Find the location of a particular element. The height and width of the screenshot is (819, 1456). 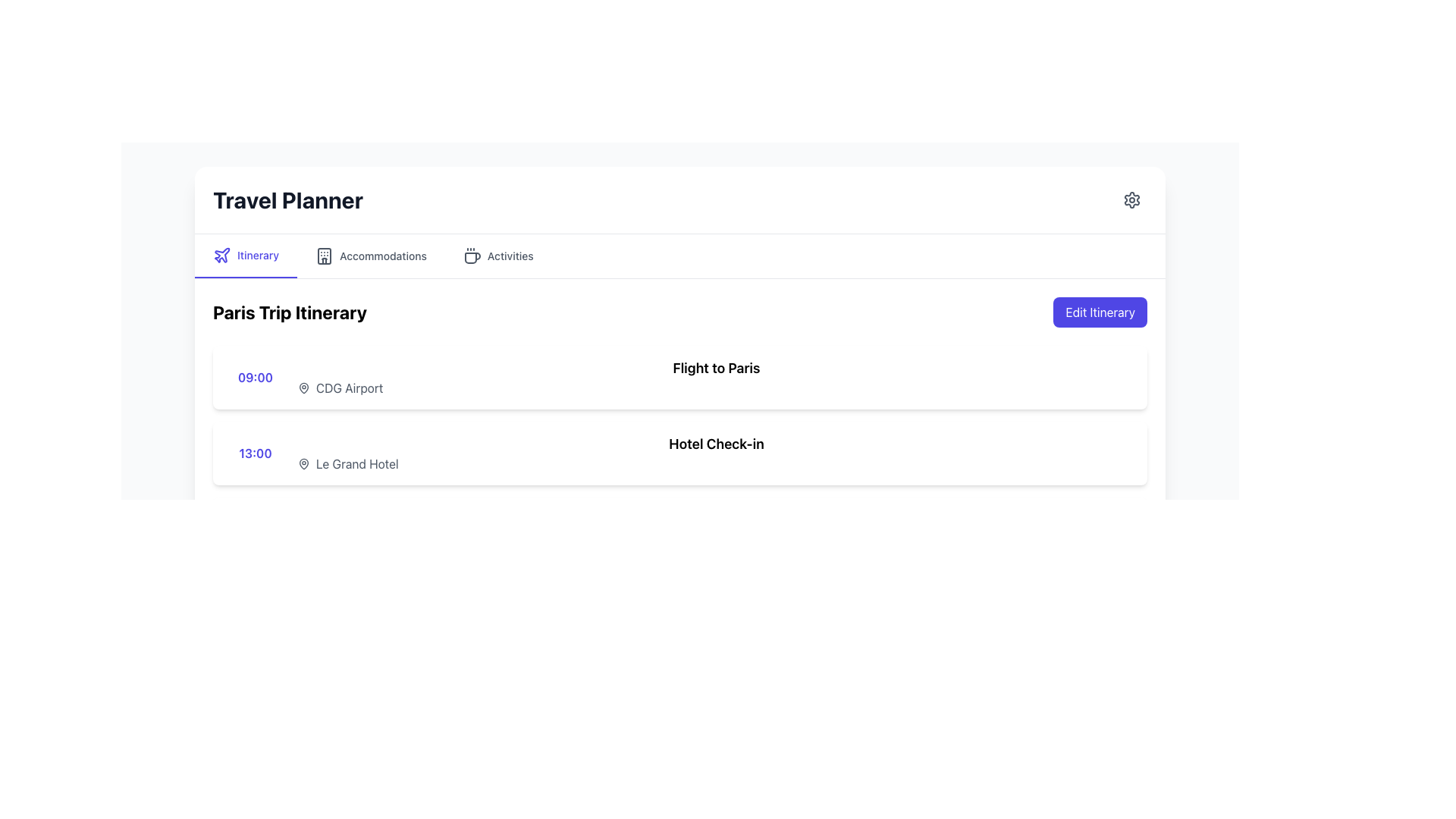

the List item in the itinerary details view that shows '09:00' on the left and 'Flight to Paris' on the right, positioned as the first item in the 'Paris Trip Itinerary' section is located at coordinates (679, 376).